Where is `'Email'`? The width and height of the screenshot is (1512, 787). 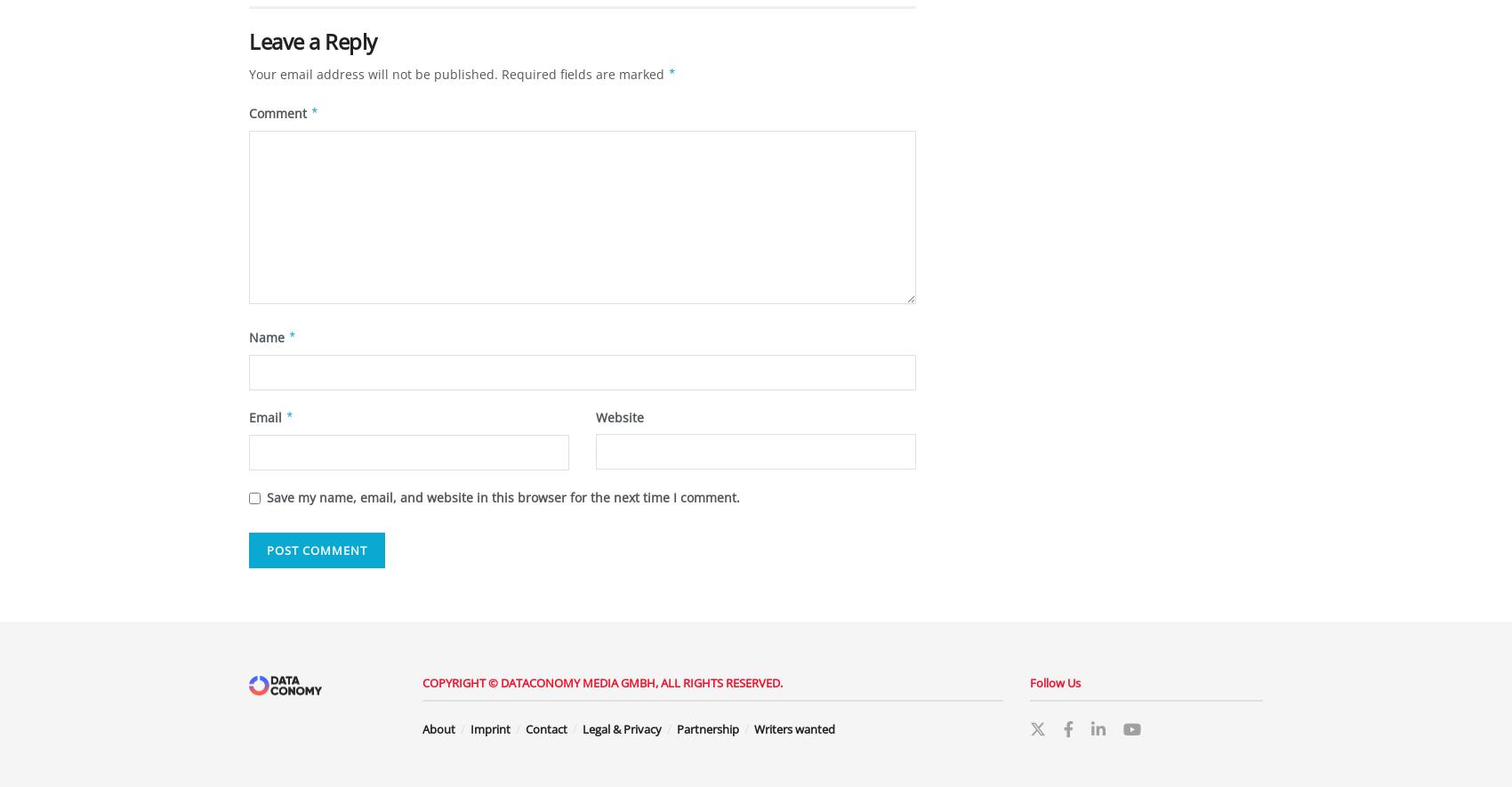 'Email' is located at coordinates (267, 415).